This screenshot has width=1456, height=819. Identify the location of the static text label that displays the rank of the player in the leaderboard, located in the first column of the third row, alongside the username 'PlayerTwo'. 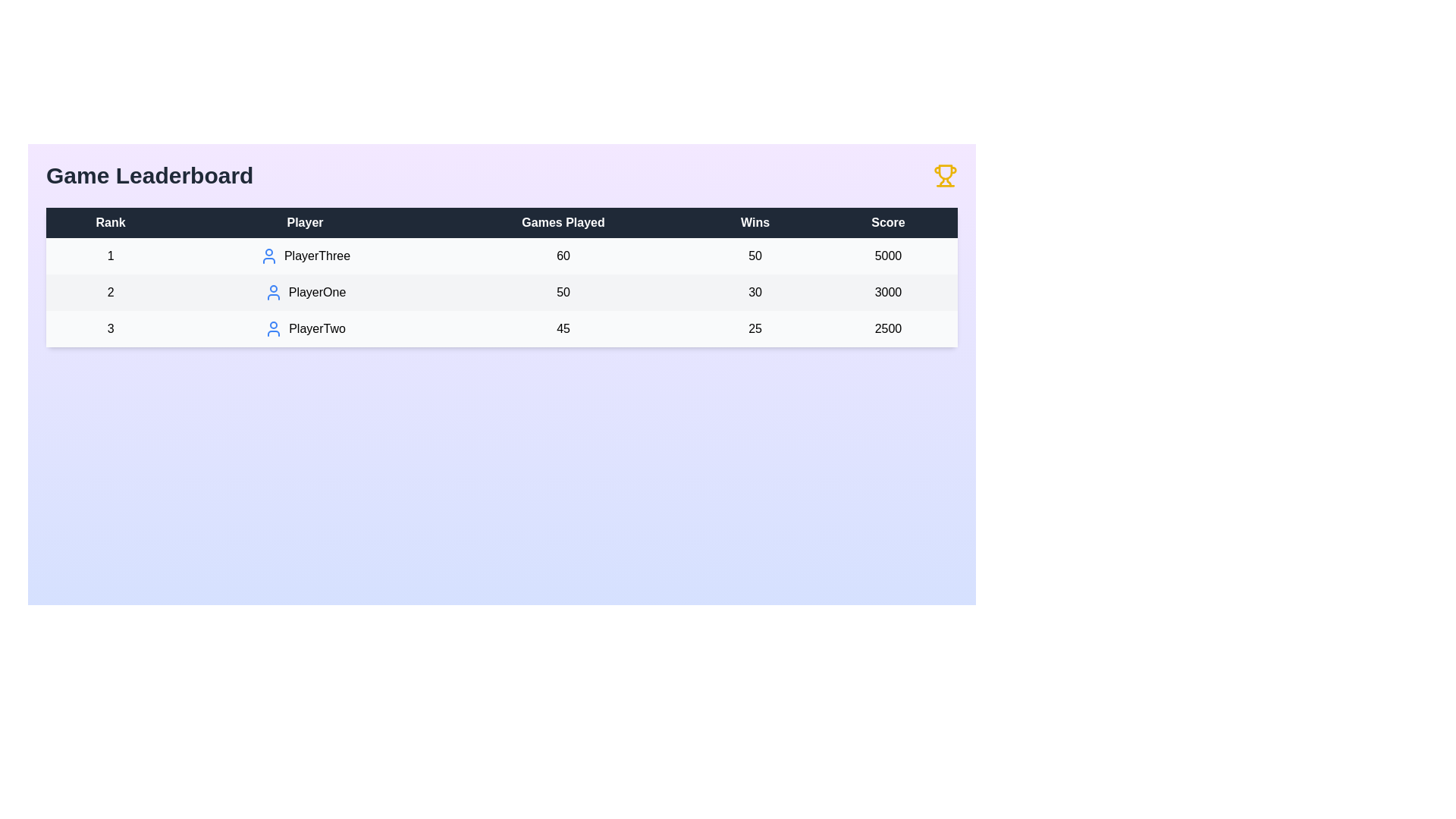
(110, 328).